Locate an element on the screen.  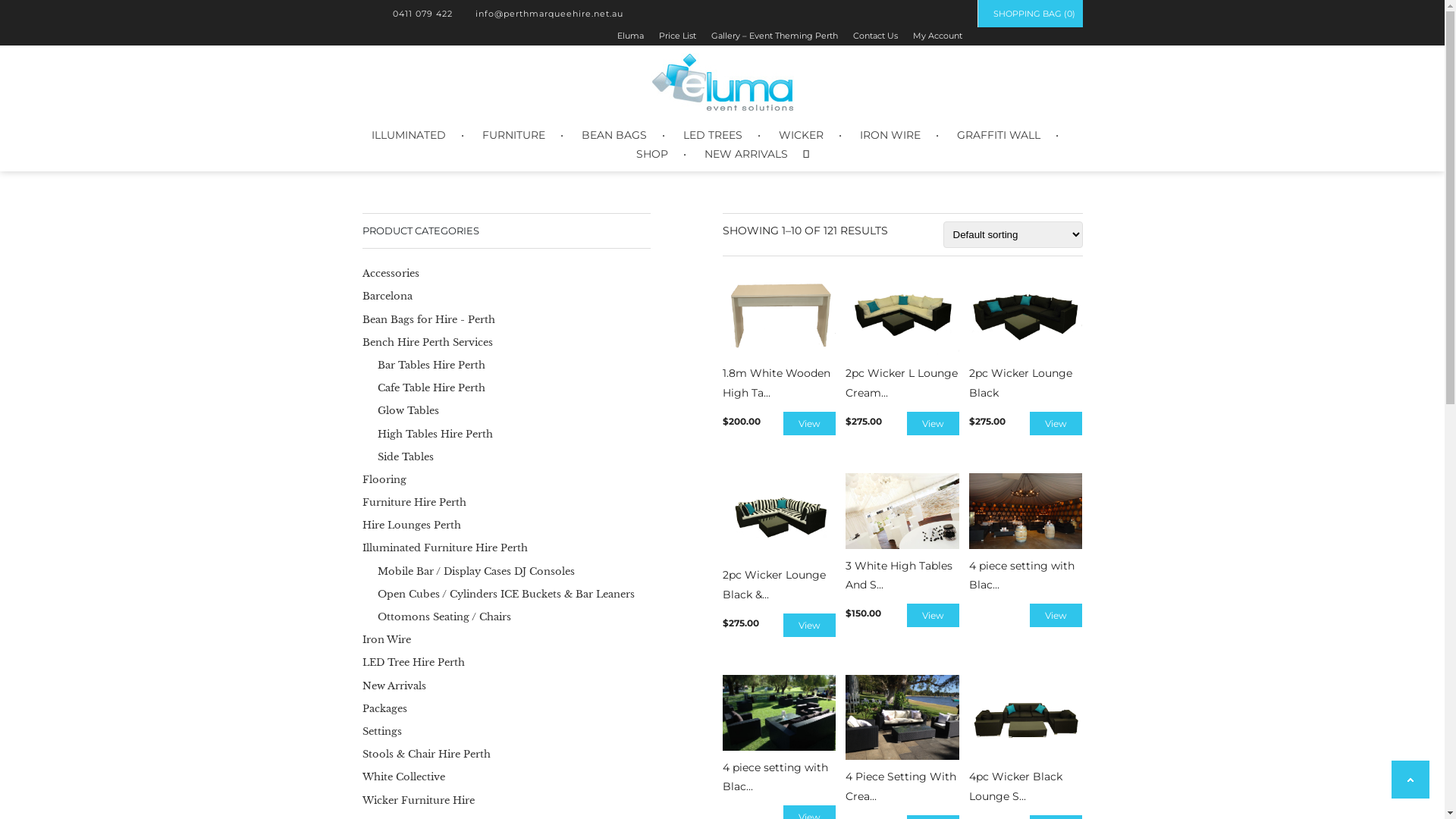
'FURNITURE' is located at coordinates (513, 134).